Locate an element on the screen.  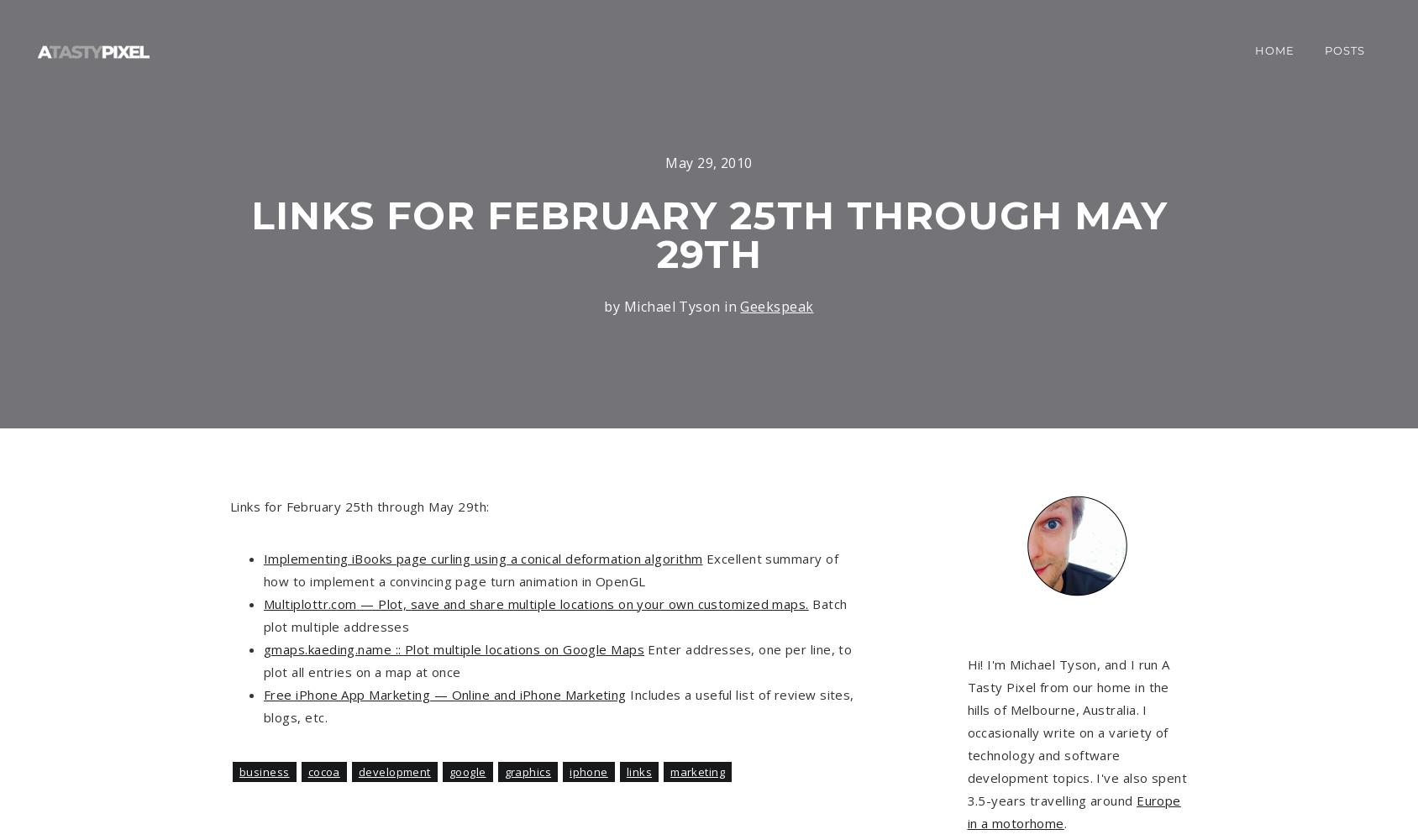
'Implementing iBooks page curling using a conical deformation algorithm' is located at coordinates (262, 558).